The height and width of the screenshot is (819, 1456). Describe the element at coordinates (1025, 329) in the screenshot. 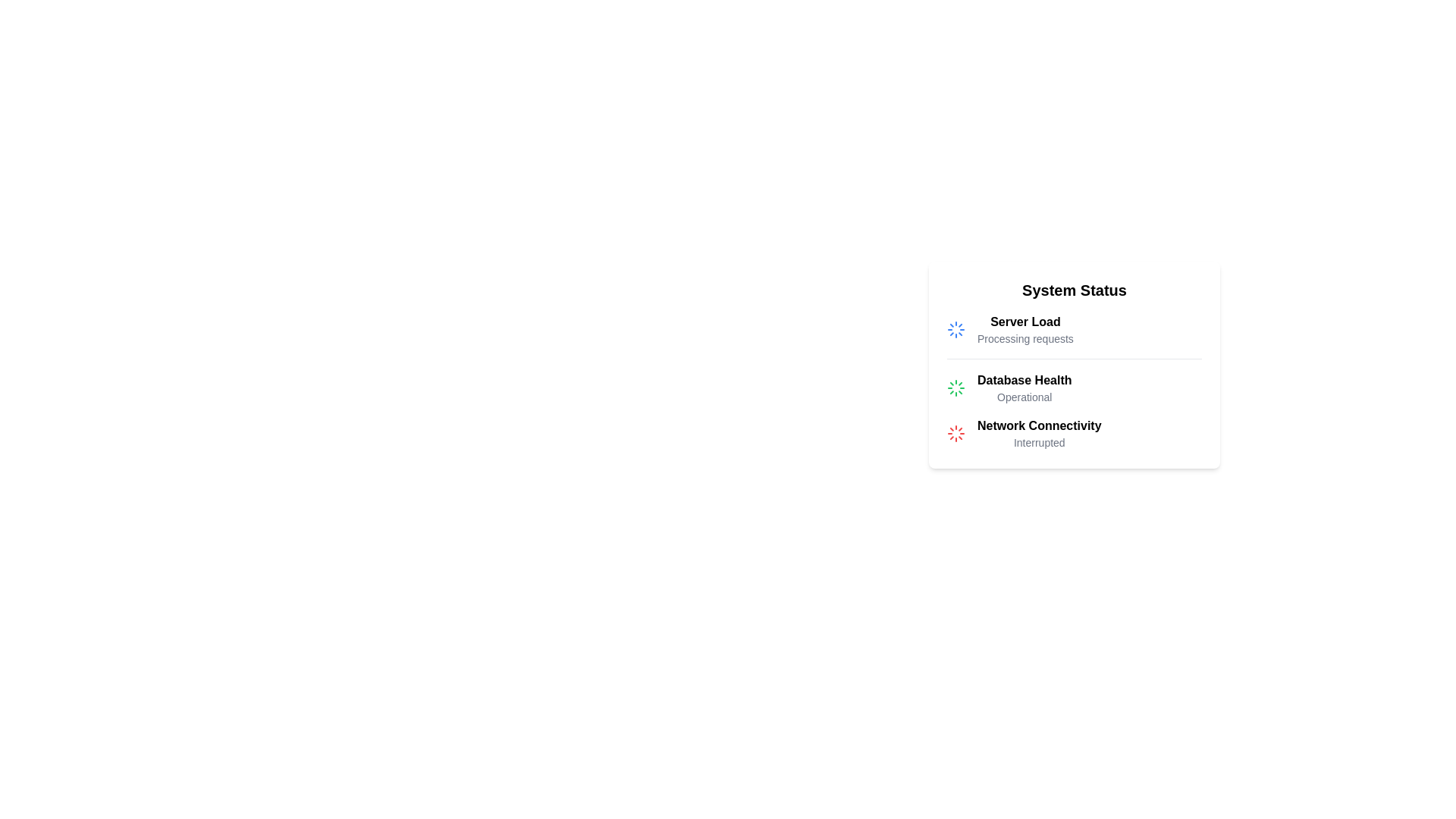

I see `information displayed in the 'Server Load' text display element, which shows 'Server Load' in bold and 'Processing requests' in a smaller gray font, located under the 'System Status' heading` at that location.